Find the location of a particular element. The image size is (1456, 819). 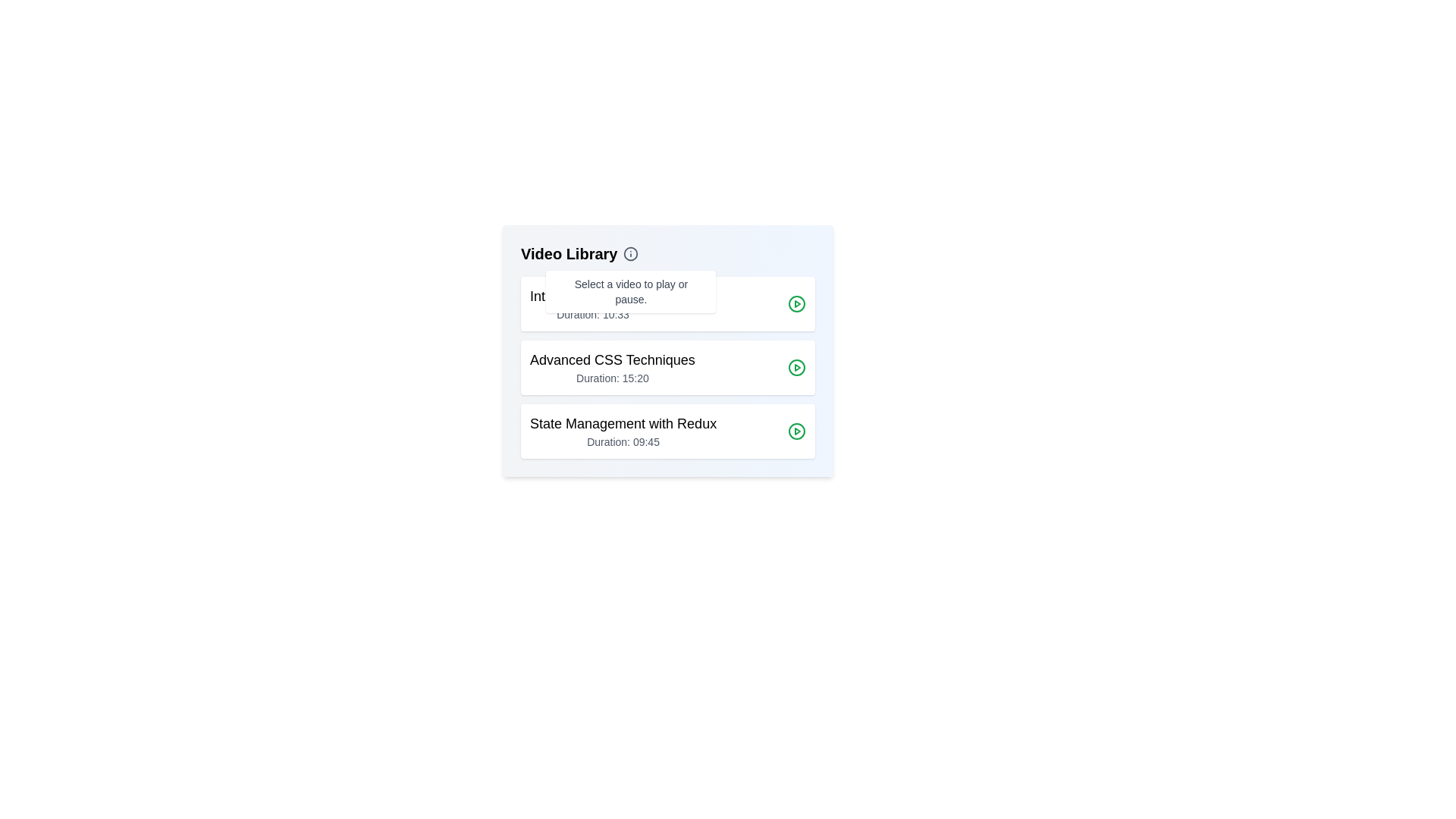

the 'Advanced CSS Techniques' list item in the Video Library is located at coordinates (612, 368).